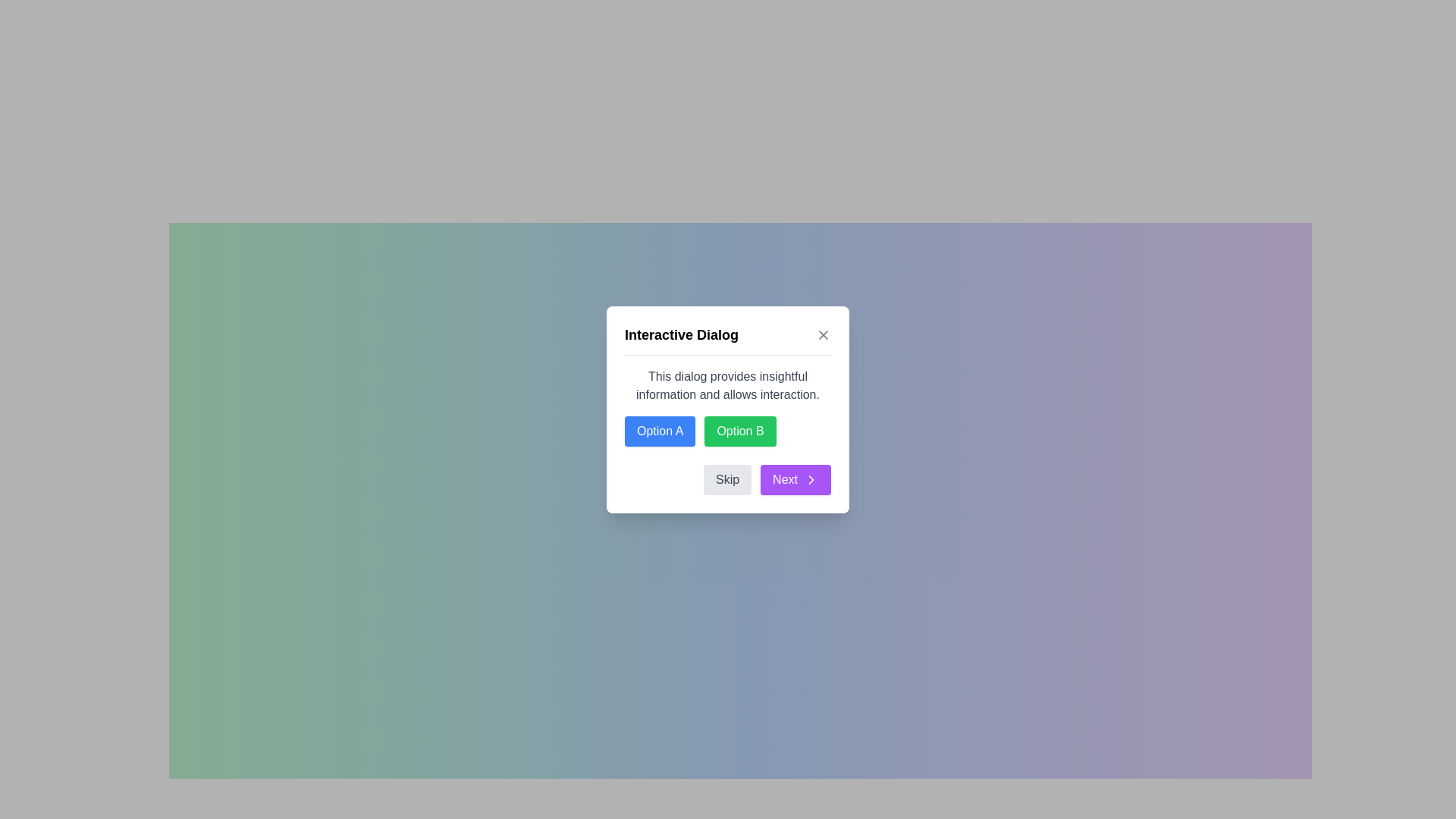  I want to click on title from the Text Label located at the top of the dialog box, which provides context or information about the dialog's purpose, so click(728, 338).